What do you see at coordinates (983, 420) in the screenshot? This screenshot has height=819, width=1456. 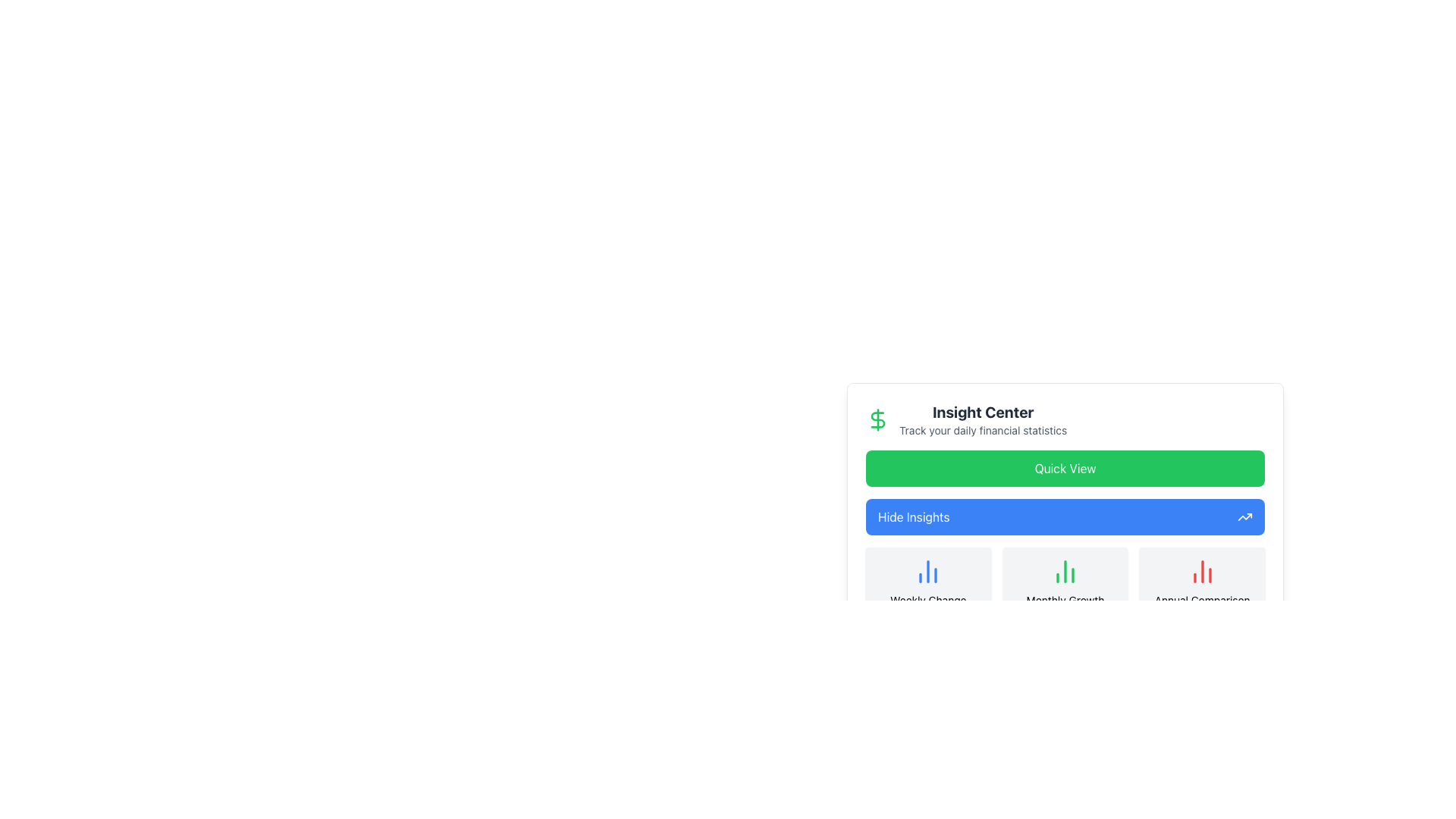 I see `the Text Display that serves as a descriptive title and subtitle for the 'Insight Center' feature, located above the 'Quick View' button and below the dollar sign icon` at bounding box center [983, 420].